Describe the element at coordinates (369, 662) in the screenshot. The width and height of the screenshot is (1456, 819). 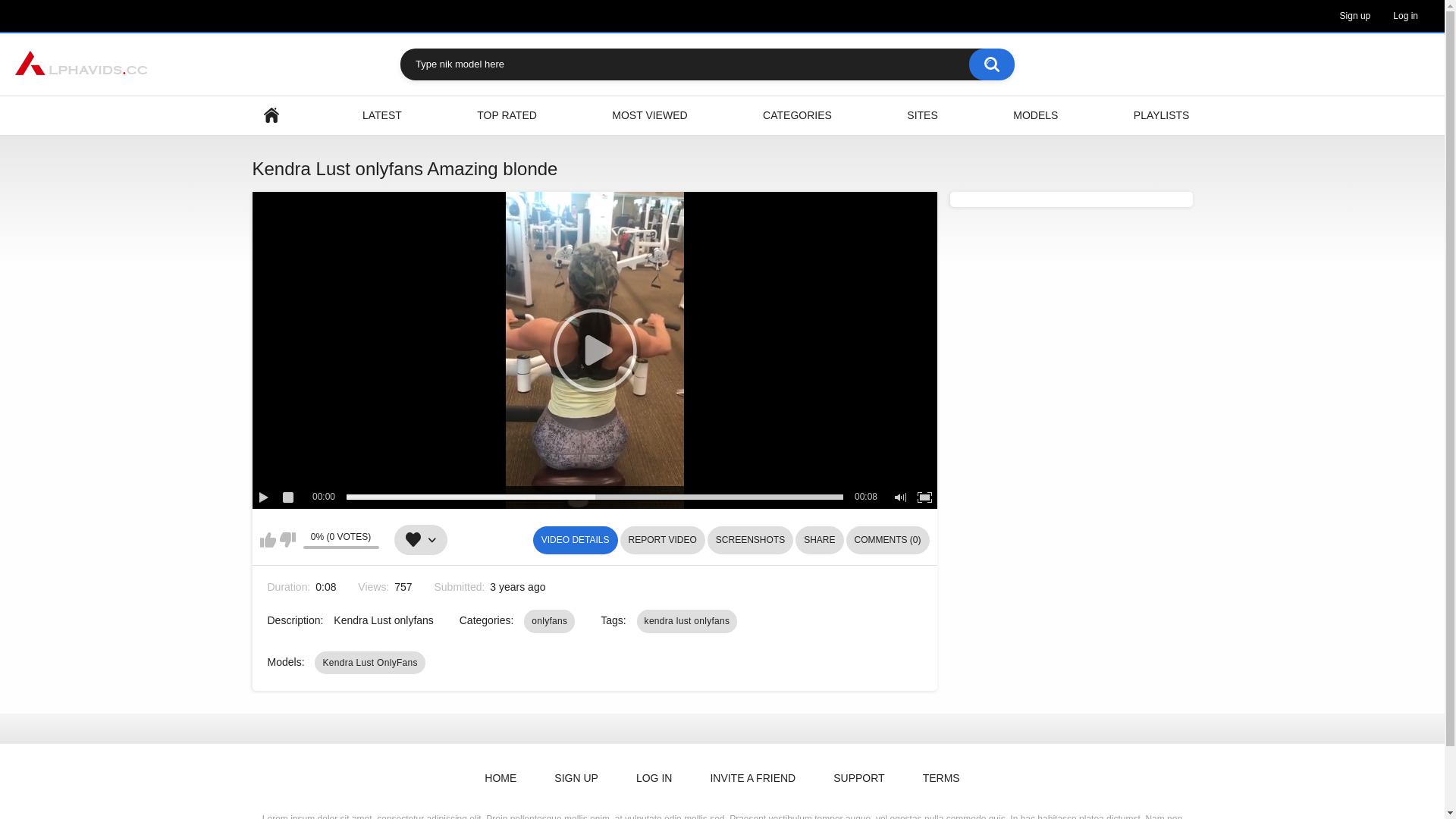
I see `'Kendra Lust OnlyFans'` at that location.